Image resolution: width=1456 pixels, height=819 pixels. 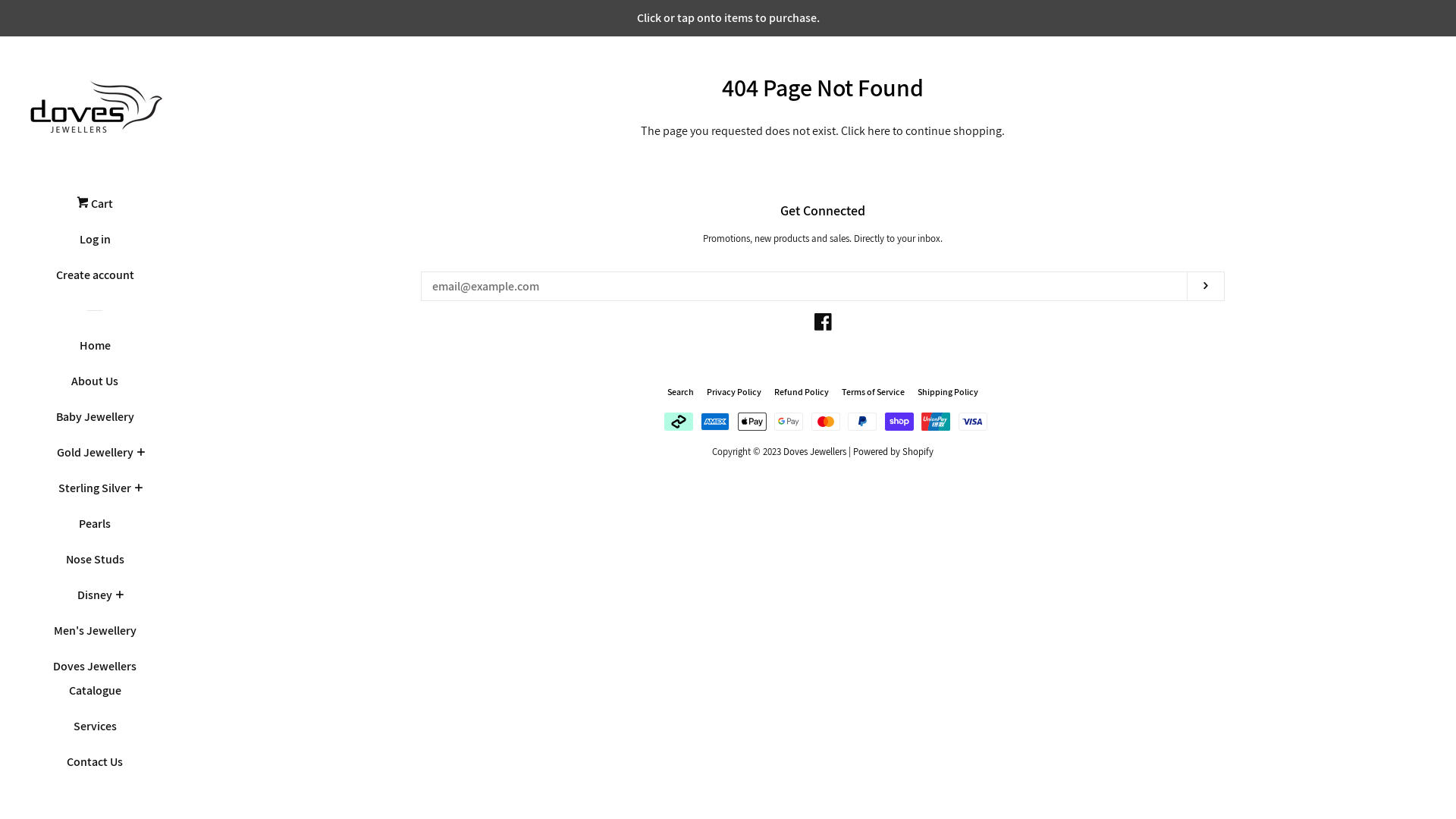 What do you see at coordinates (916, 391) in the screenshot?
I see `'Shipping Policy'` at bounding box center [916, 391].